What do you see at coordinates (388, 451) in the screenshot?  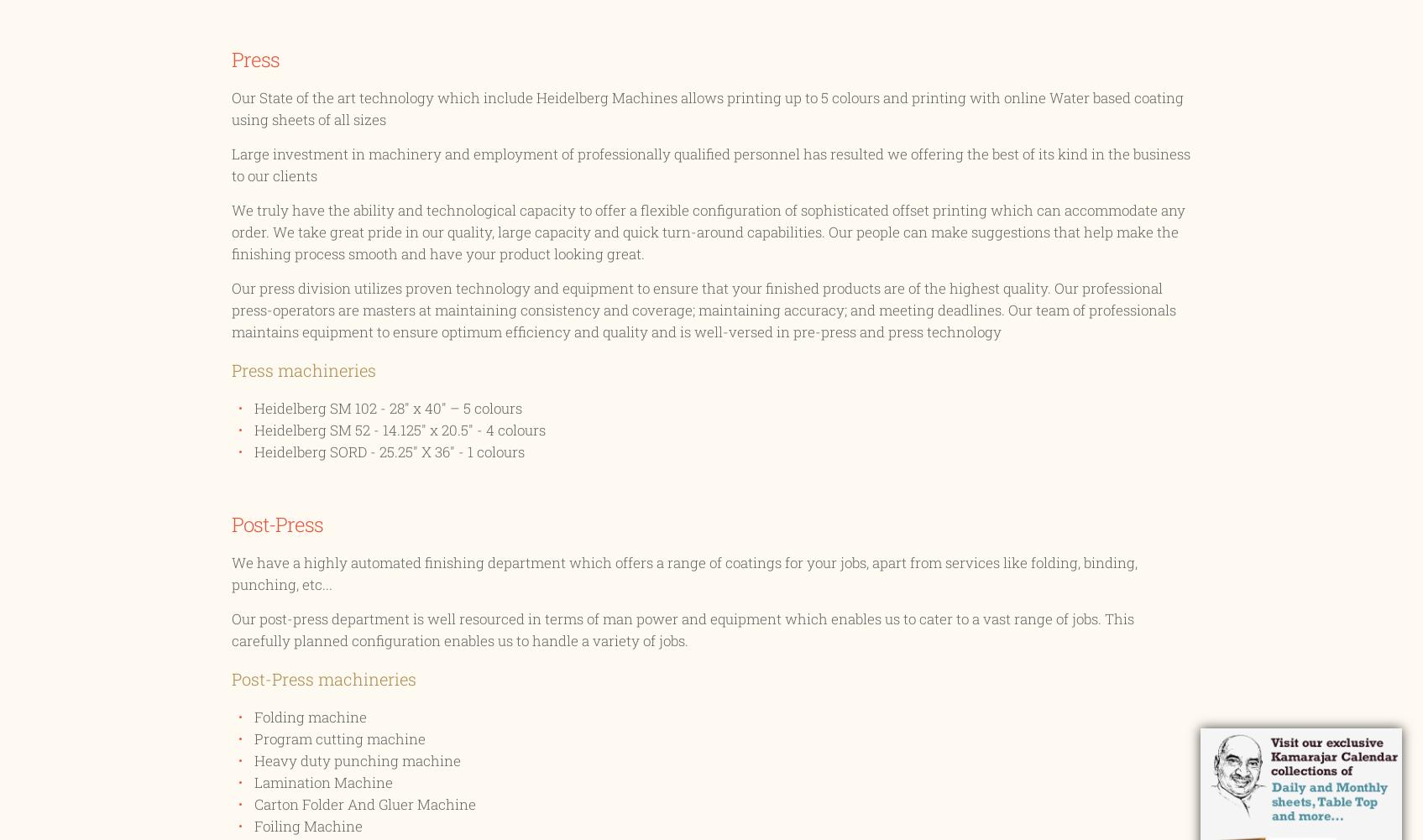 I see `'Heidelberg SORD - 25.25" X 36" - 1 colours'` at bounding box center [388, 451].